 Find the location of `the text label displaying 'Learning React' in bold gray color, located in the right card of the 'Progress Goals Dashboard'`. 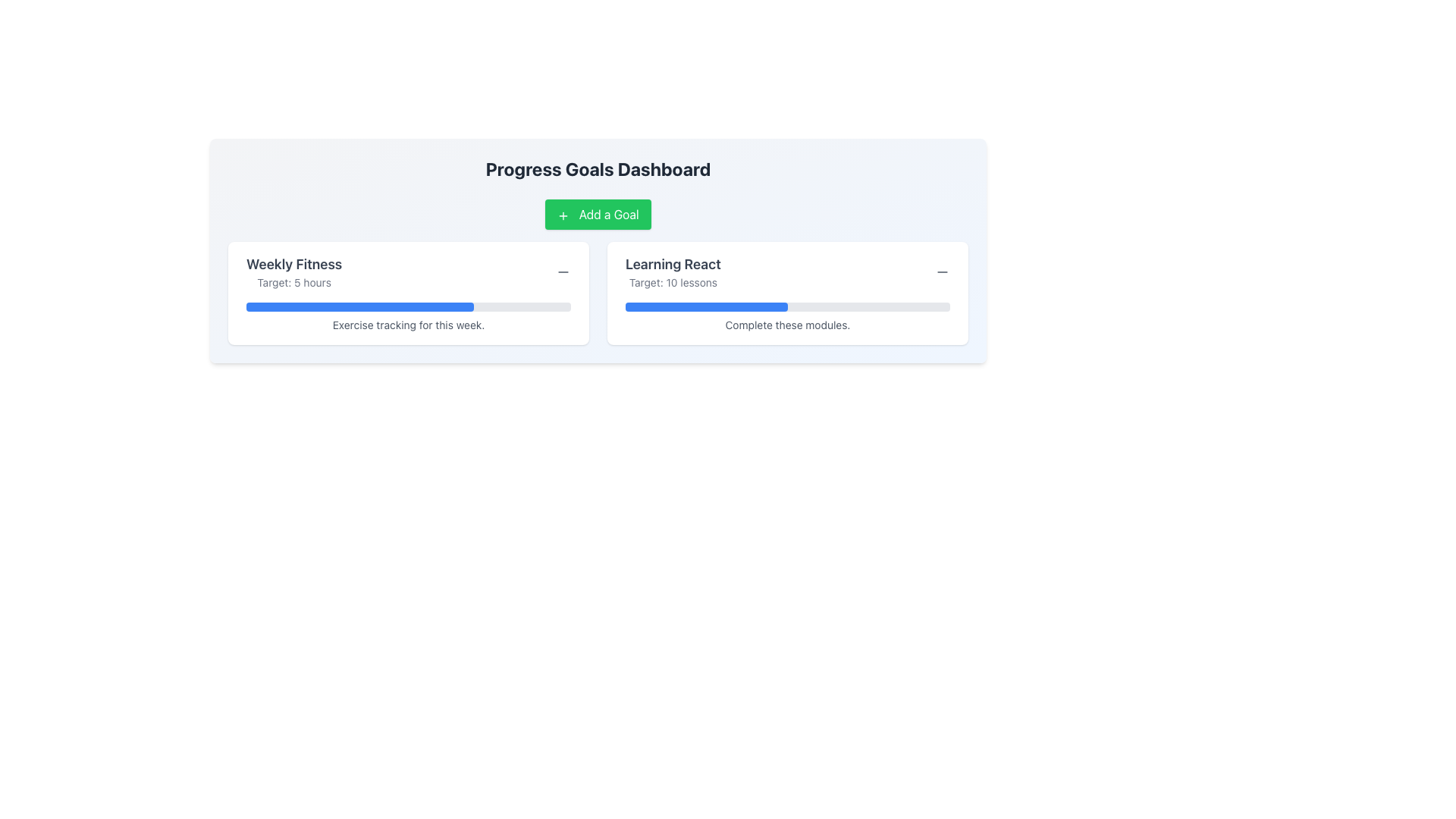

the text label displaying 'Learning React' in bold gray color, located in the right card of the 'Progress Goals Dashboard' is located at coordinates (673, 263).